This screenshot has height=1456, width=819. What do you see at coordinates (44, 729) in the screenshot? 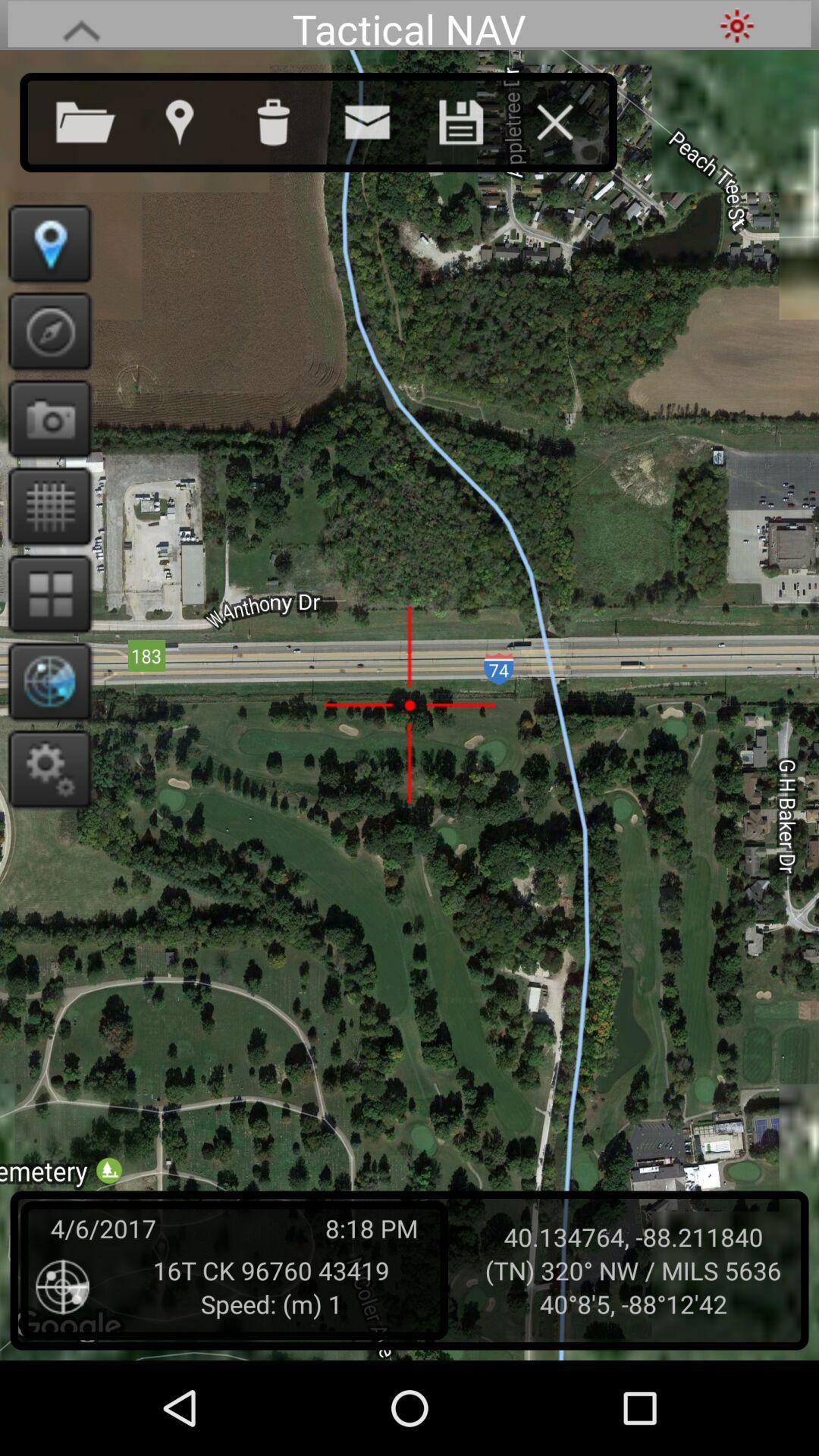
I see `the globe icon` at bounding box center [44, 729].